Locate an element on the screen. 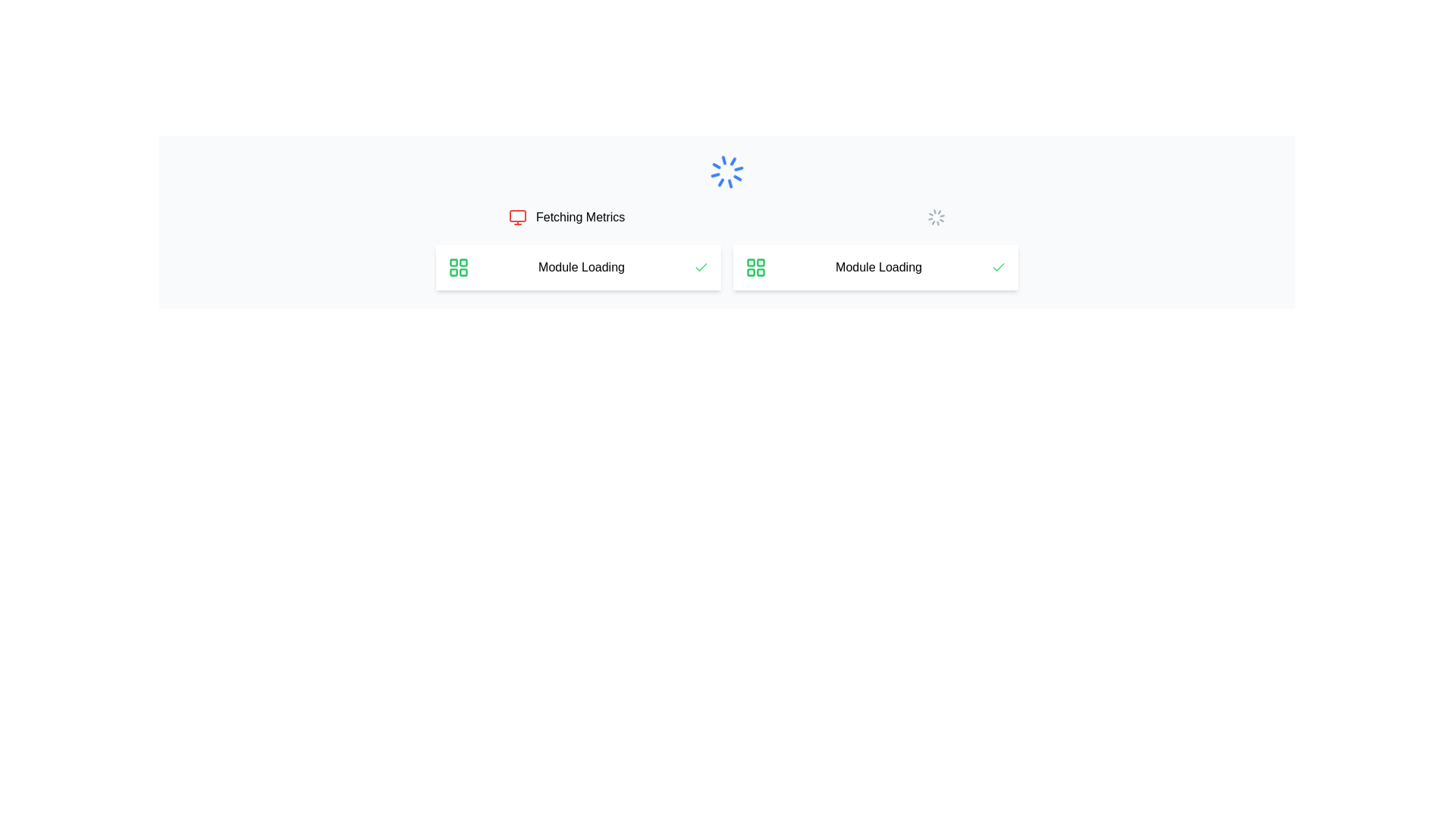 The image size is (1456, 819). the validation icon located to the far right of the 'Module Loading' panel, which indicates successful completion of the loading activity is located at coordinates (998, 267).